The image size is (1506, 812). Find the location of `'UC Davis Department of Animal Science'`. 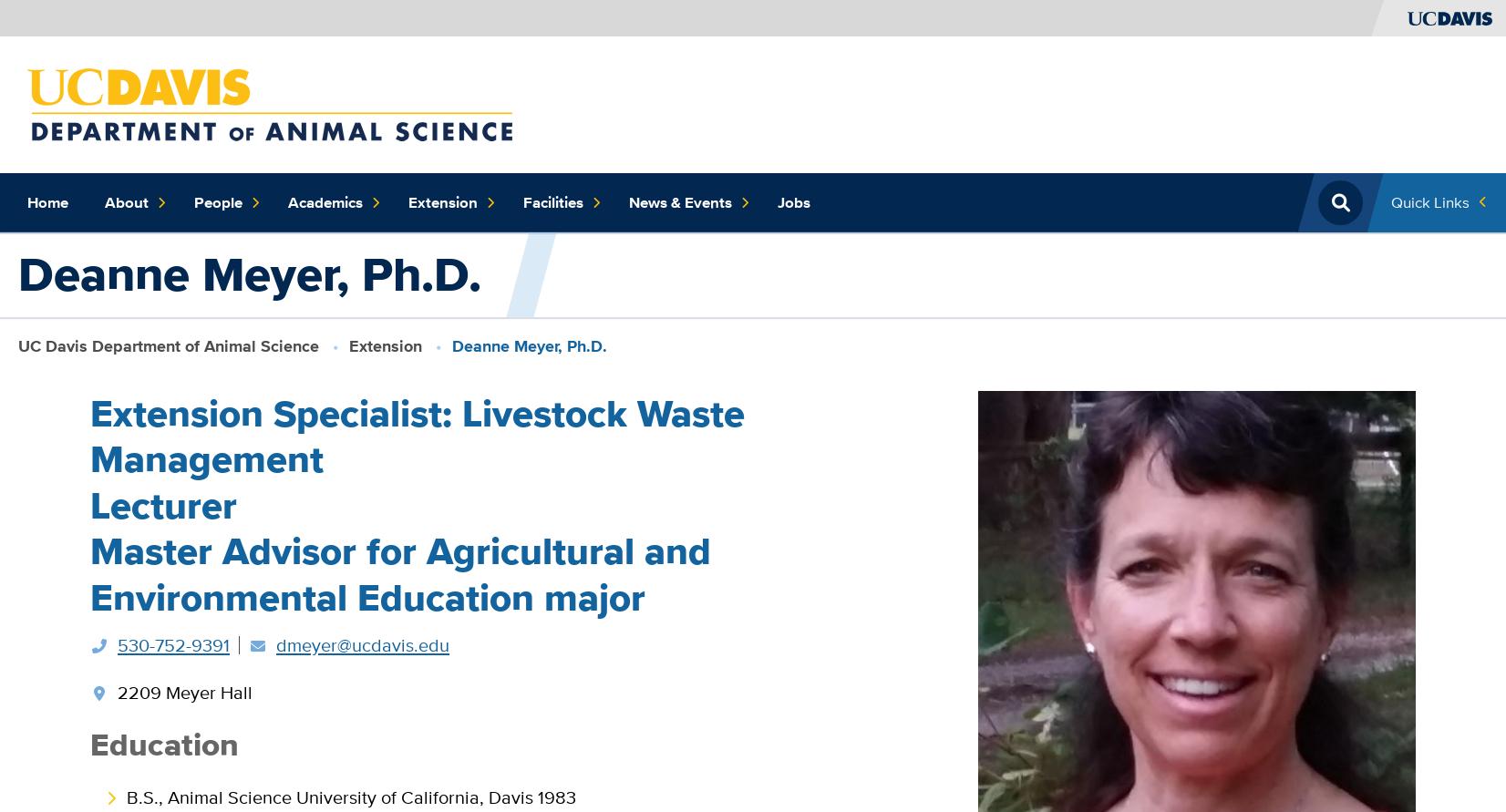

'UC Davis Department of Animal Science' is located at coordinates (169, 345).